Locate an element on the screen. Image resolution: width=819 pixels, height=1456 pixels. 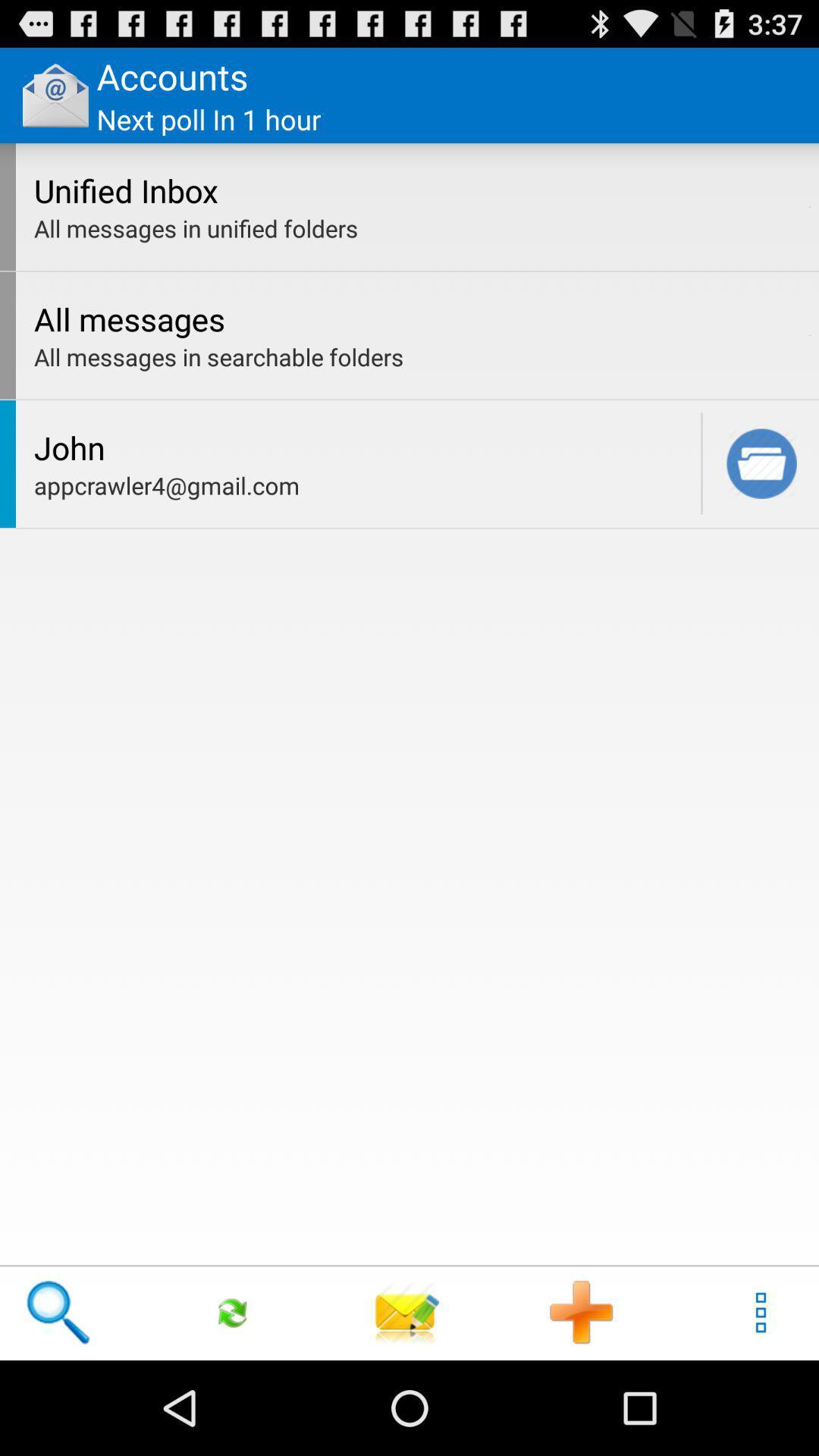
the app above the all messages in app is located at coordinates (809, 334).